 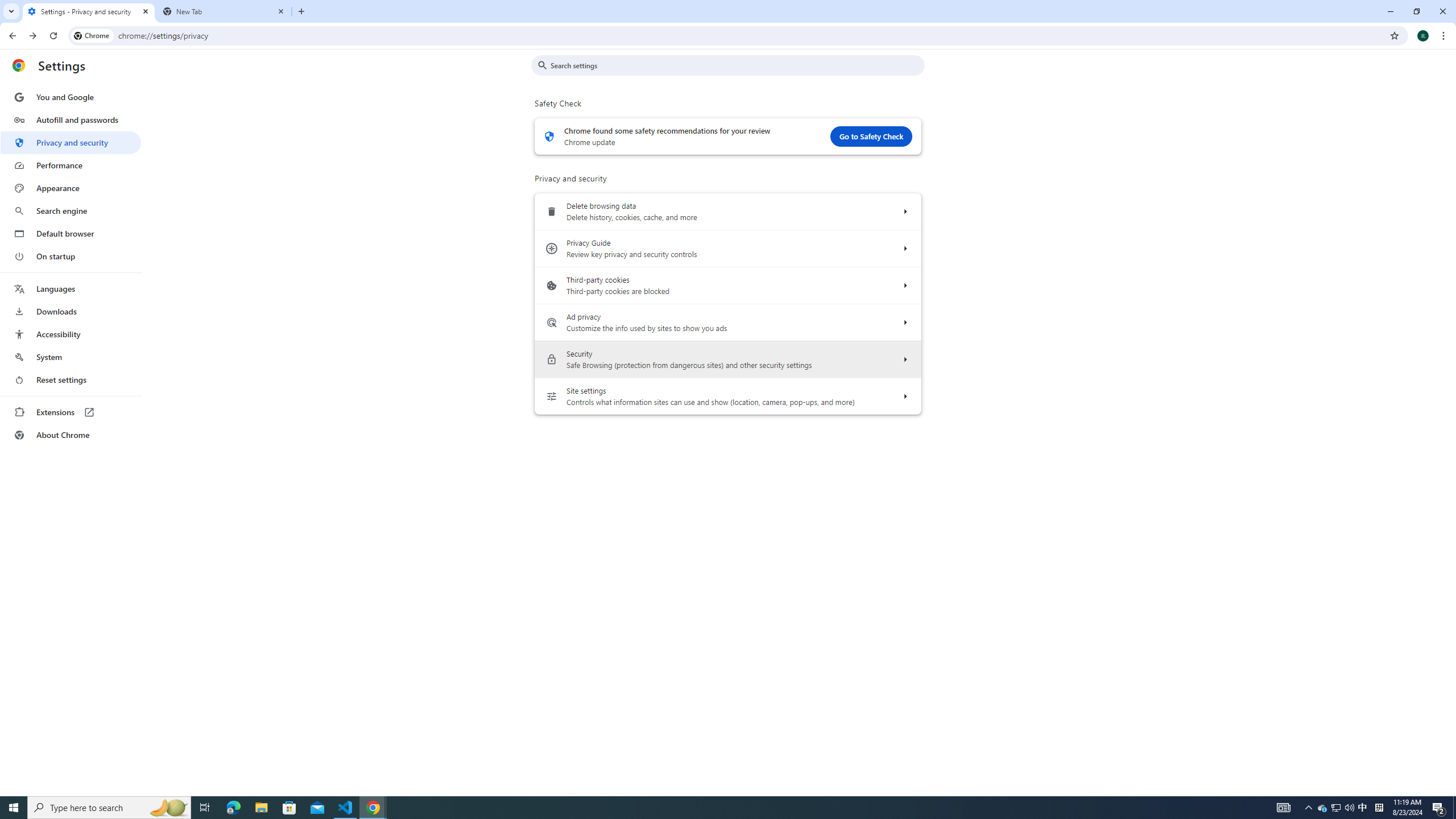 What do you see at coordinates (70, 97) in the screenshot?
I see `'You and Google'` at bounding box center [70, 97].